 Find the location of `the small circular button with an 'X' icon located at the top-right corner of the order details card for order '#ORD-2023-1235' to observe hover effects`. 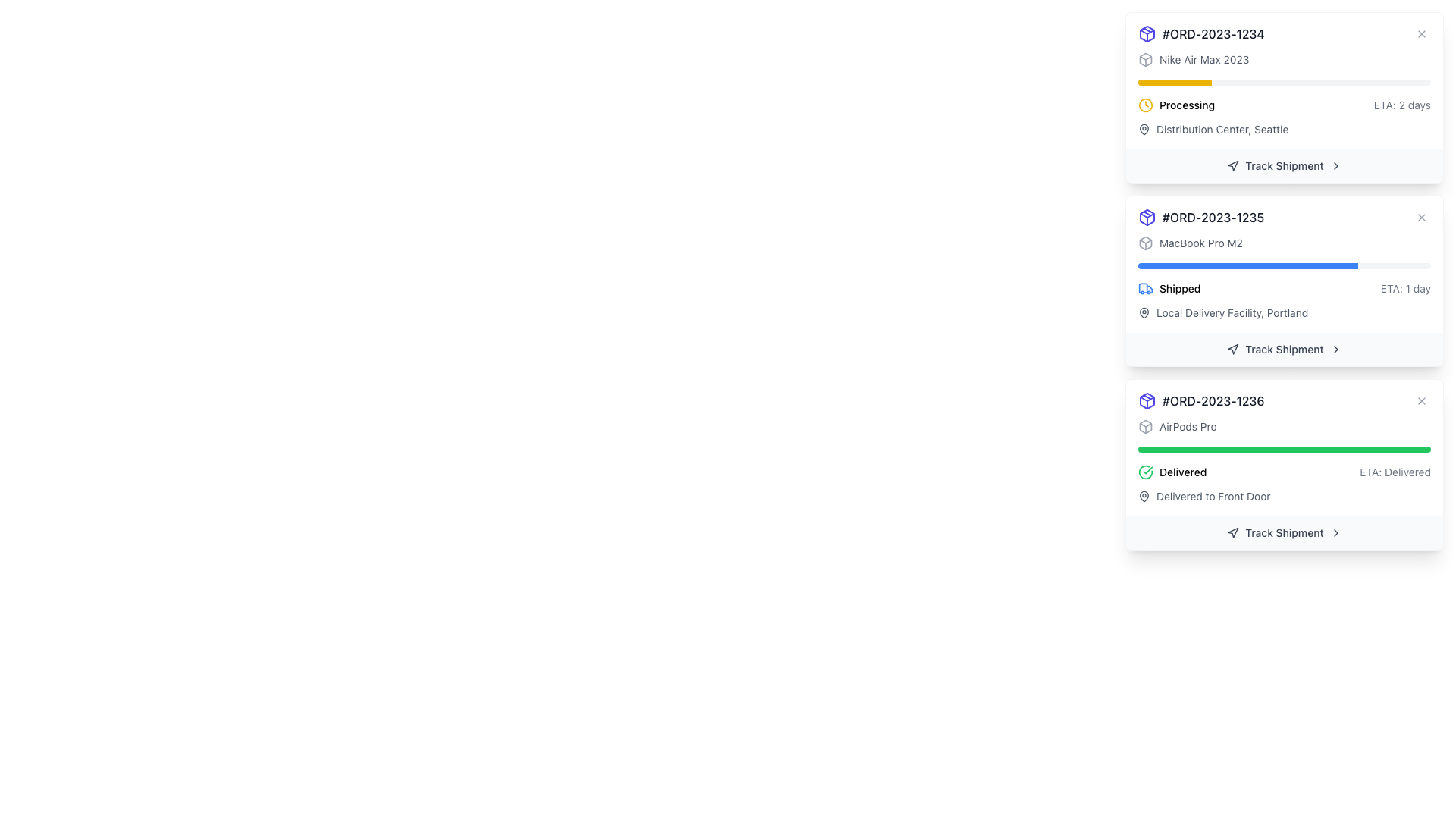

the small circular button with an 'X' icon located at the top-right corner of the order details card for order '#ORD-2023-1235' to observe hover effects is located at coordinates (1421, 217).